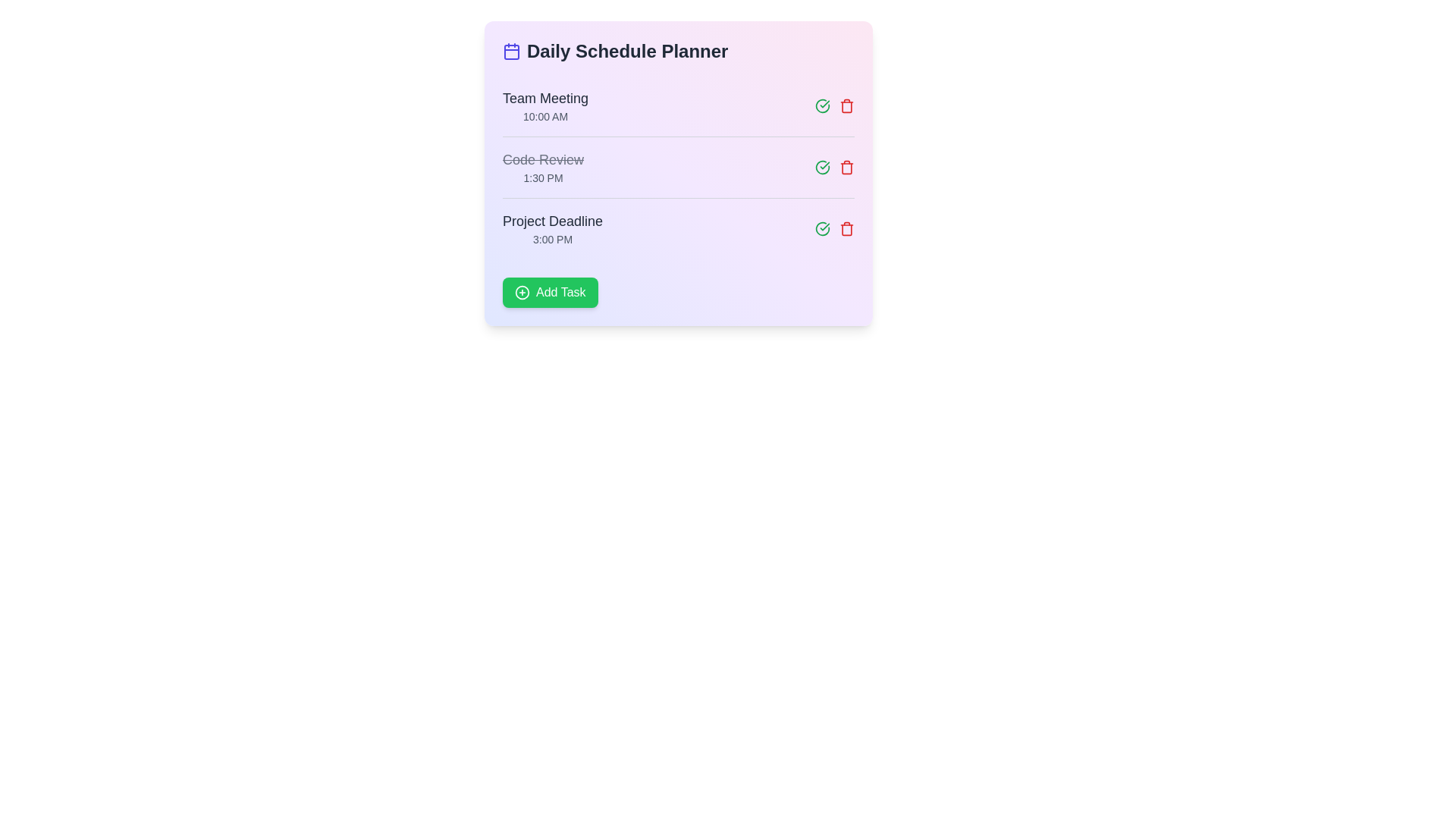 The height and width of the screenshot is (819, 1456). What do you see at coordinates (821, 167) in the screenshot?
I see `the 'complete' button for the task identified by Code Review` at bounding box center [821, 167].